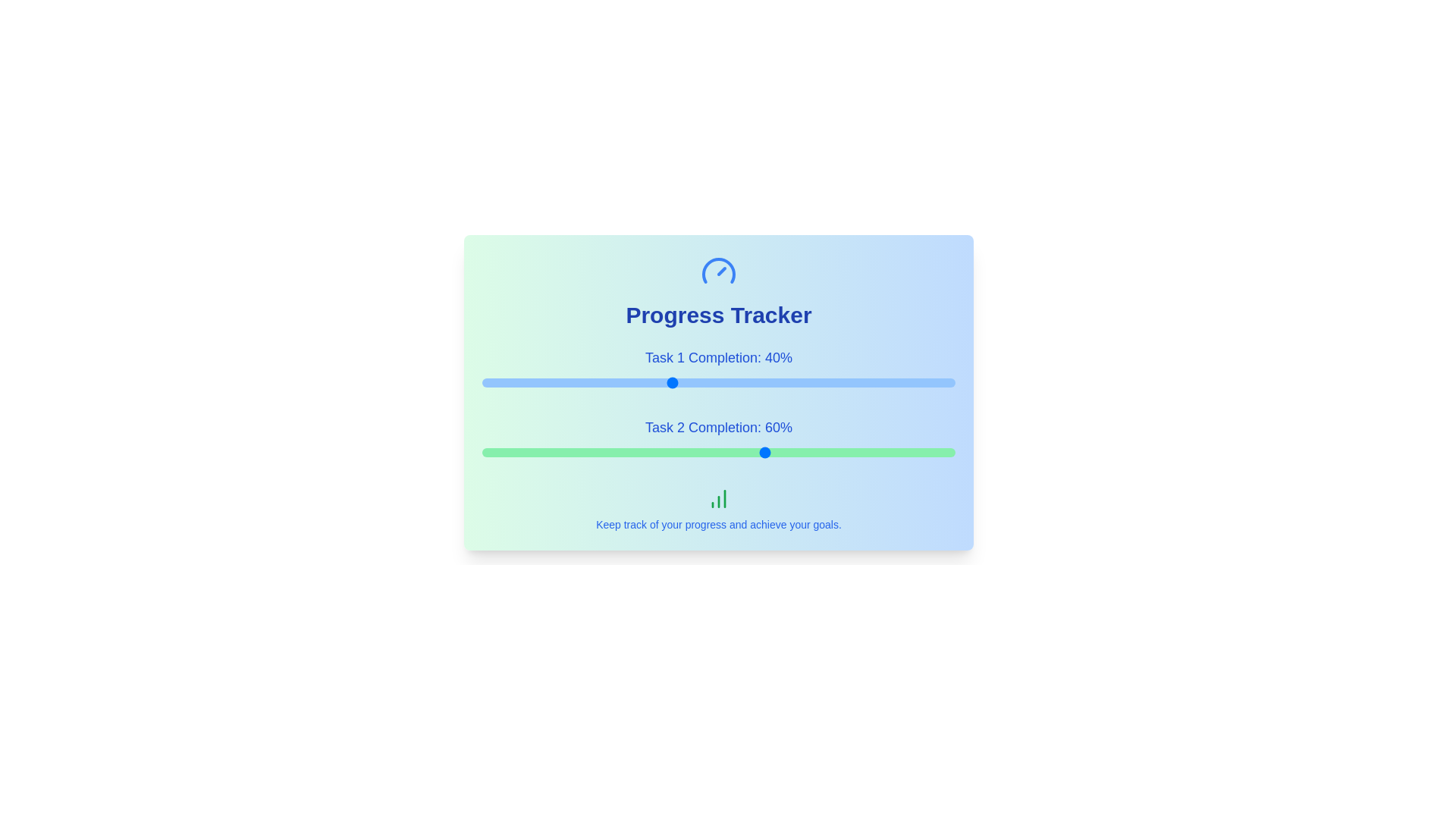 Image resolution: width=1456 pixels, height=819 pixels. What do you see at coordinates (689, 452) in the screenshot?
I see `the Task 2 completion slider` at bounding box center [689, 452].